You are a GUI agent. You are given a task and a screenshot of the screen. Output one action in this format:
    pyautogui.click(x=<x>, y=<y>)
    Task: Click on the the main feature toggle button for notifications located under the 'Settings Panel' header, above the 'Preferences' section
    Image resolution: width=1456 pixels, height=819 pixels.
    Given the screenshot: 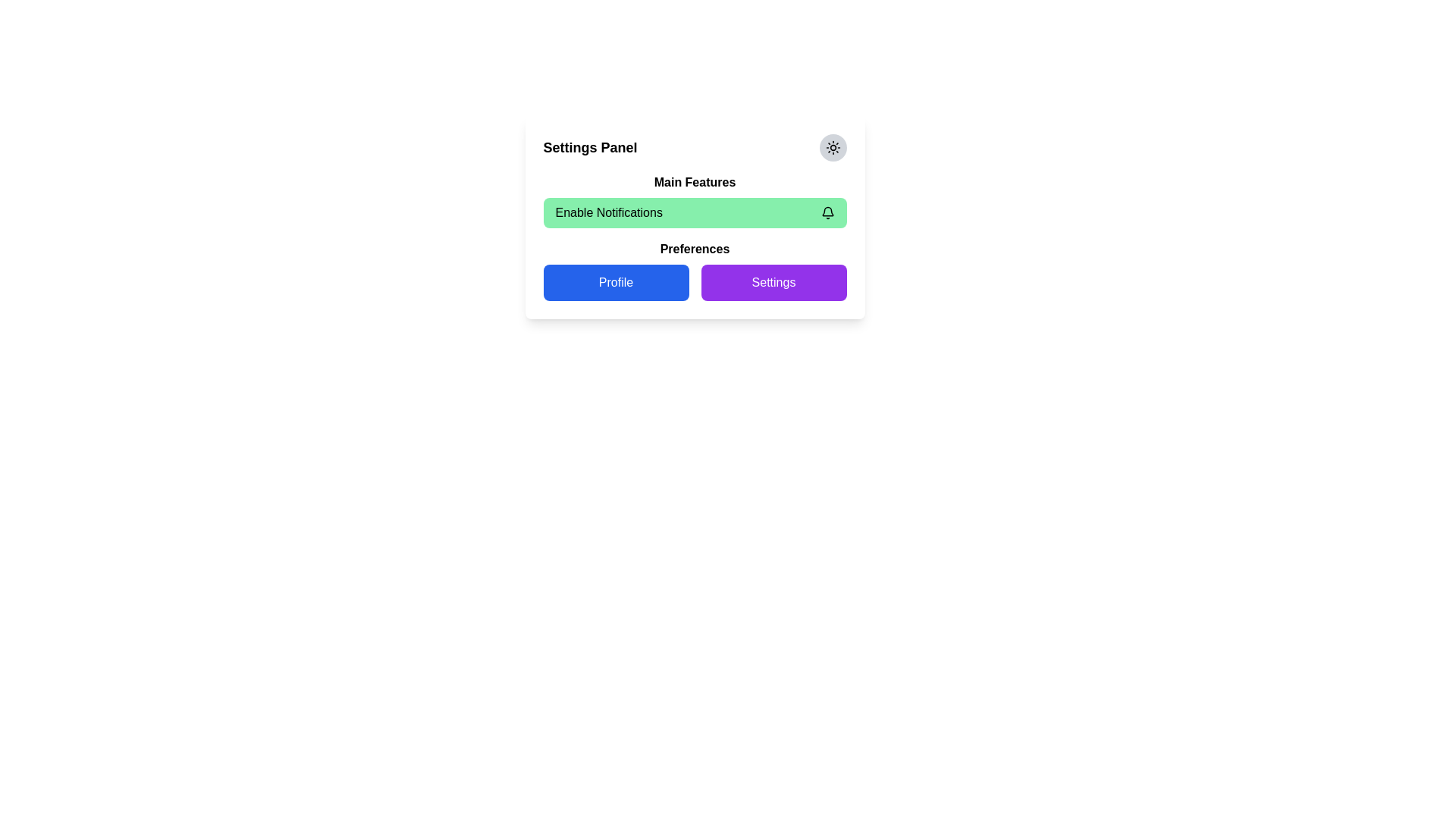 What is the action you would take?
    pyautogui.click(x=694, y=200)
    